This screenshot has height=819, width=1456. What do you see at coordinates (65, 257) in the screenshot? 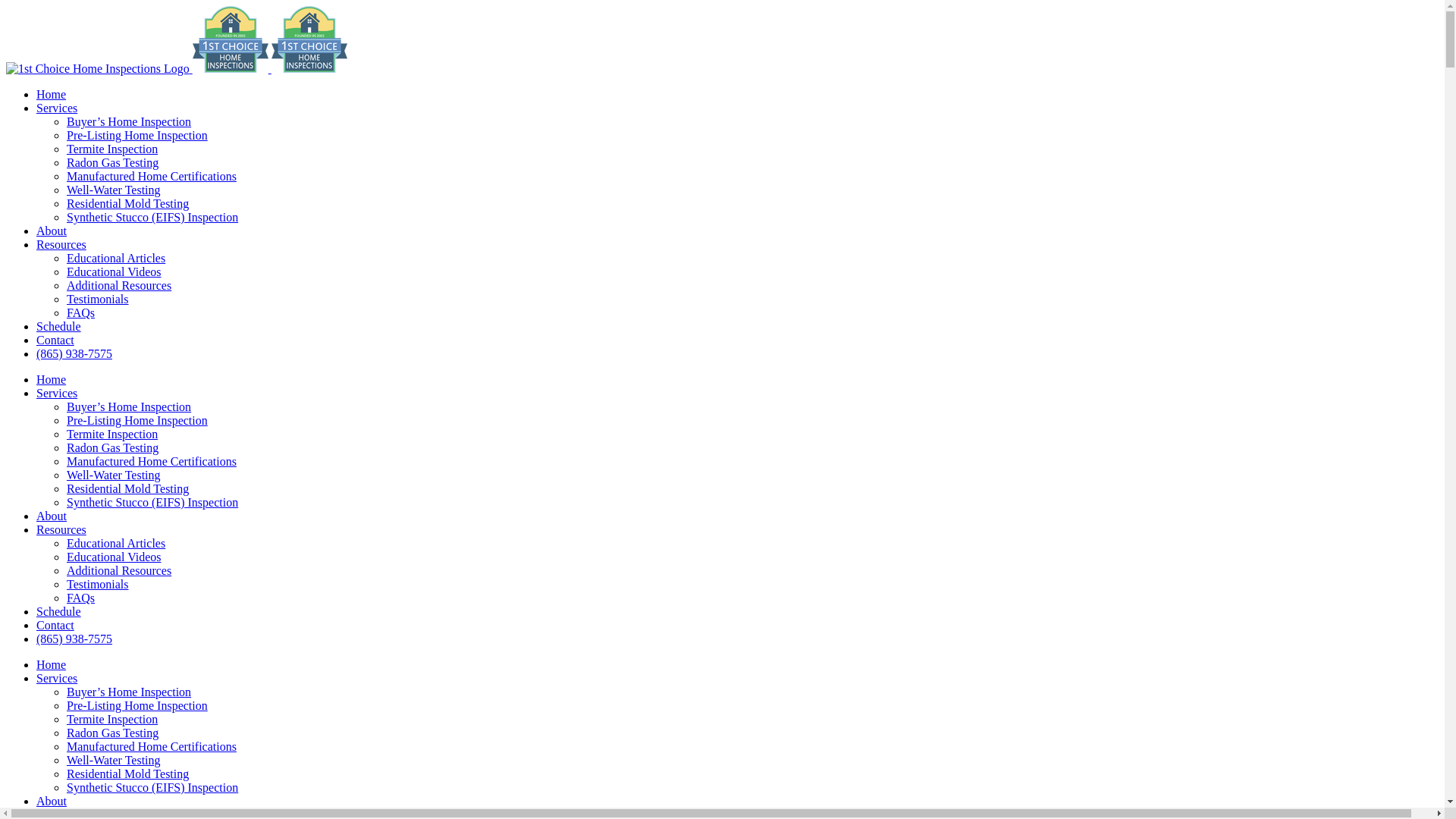
I see `'Educational Articles'` at bounding box center [65, 257].